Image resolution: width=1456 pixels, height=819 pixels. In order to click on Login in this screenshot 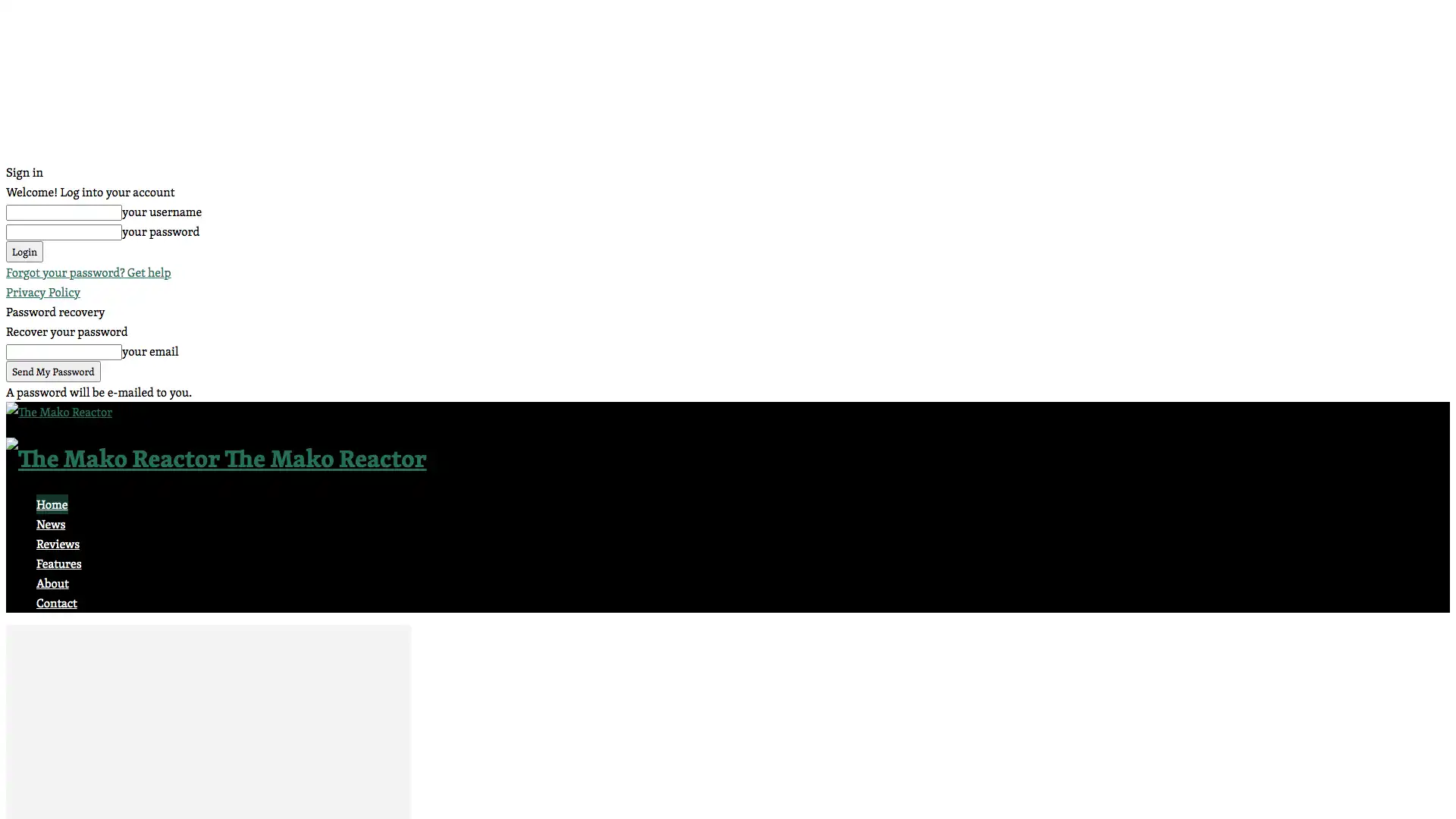, I will do `click(24, 250)`.